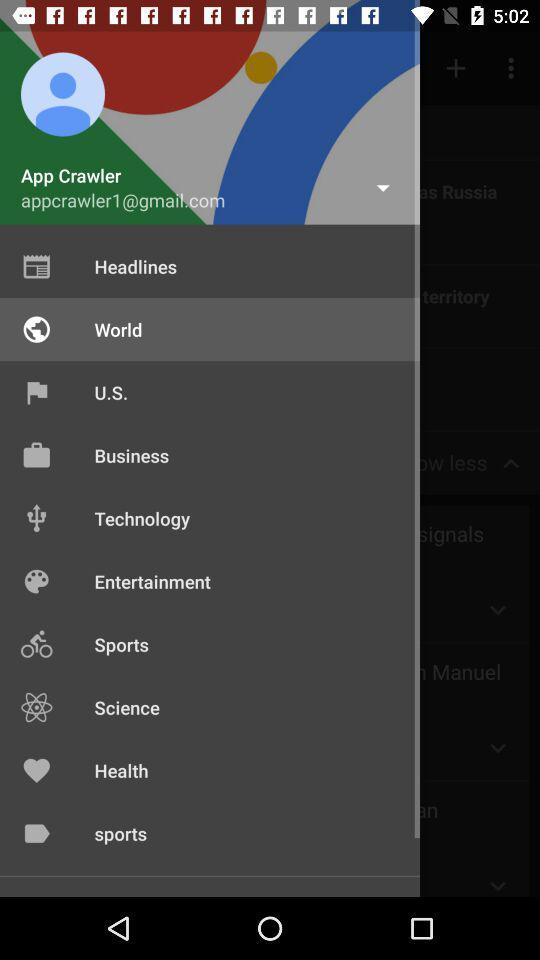 Image resolution: width=540 pixels, height=960 pixels. I want to click on the expand_more icon, so click(496, 609).